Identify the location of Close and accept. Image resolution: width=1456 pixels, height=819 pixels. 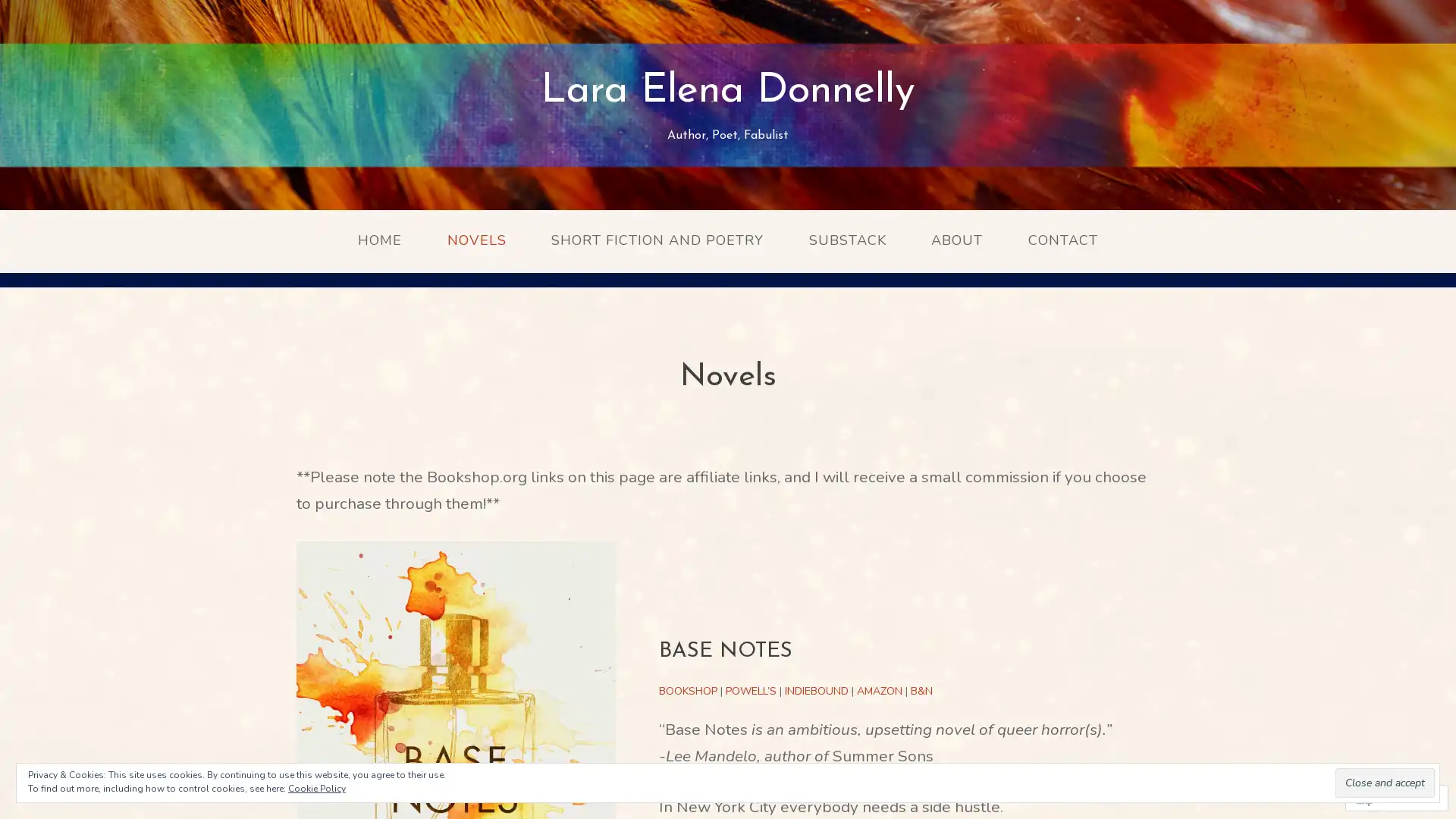
(1385, 783).